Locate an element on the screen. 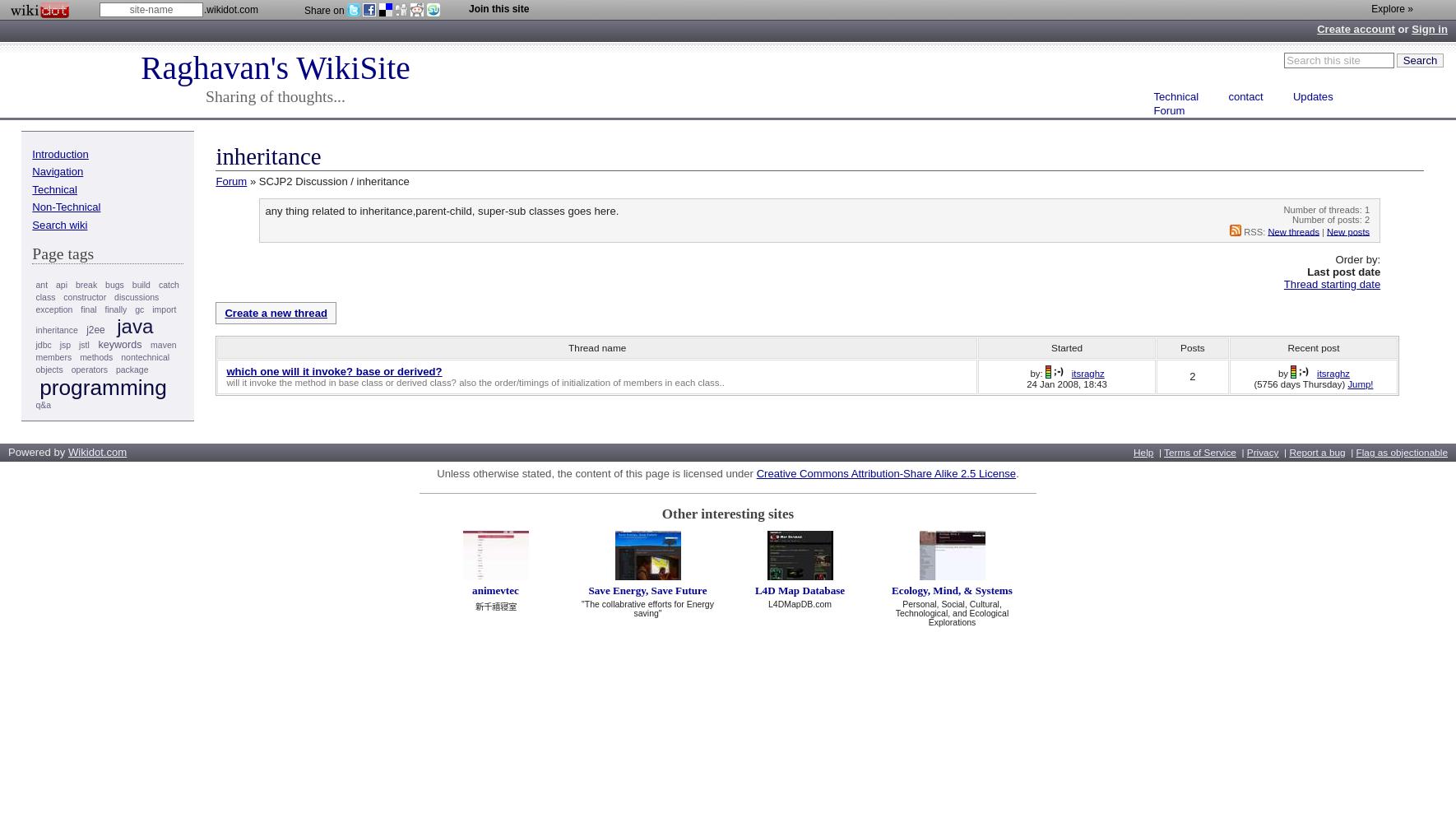 This screenshot has height=823, width=1456. 'final' is located at coordinates (87, 309).